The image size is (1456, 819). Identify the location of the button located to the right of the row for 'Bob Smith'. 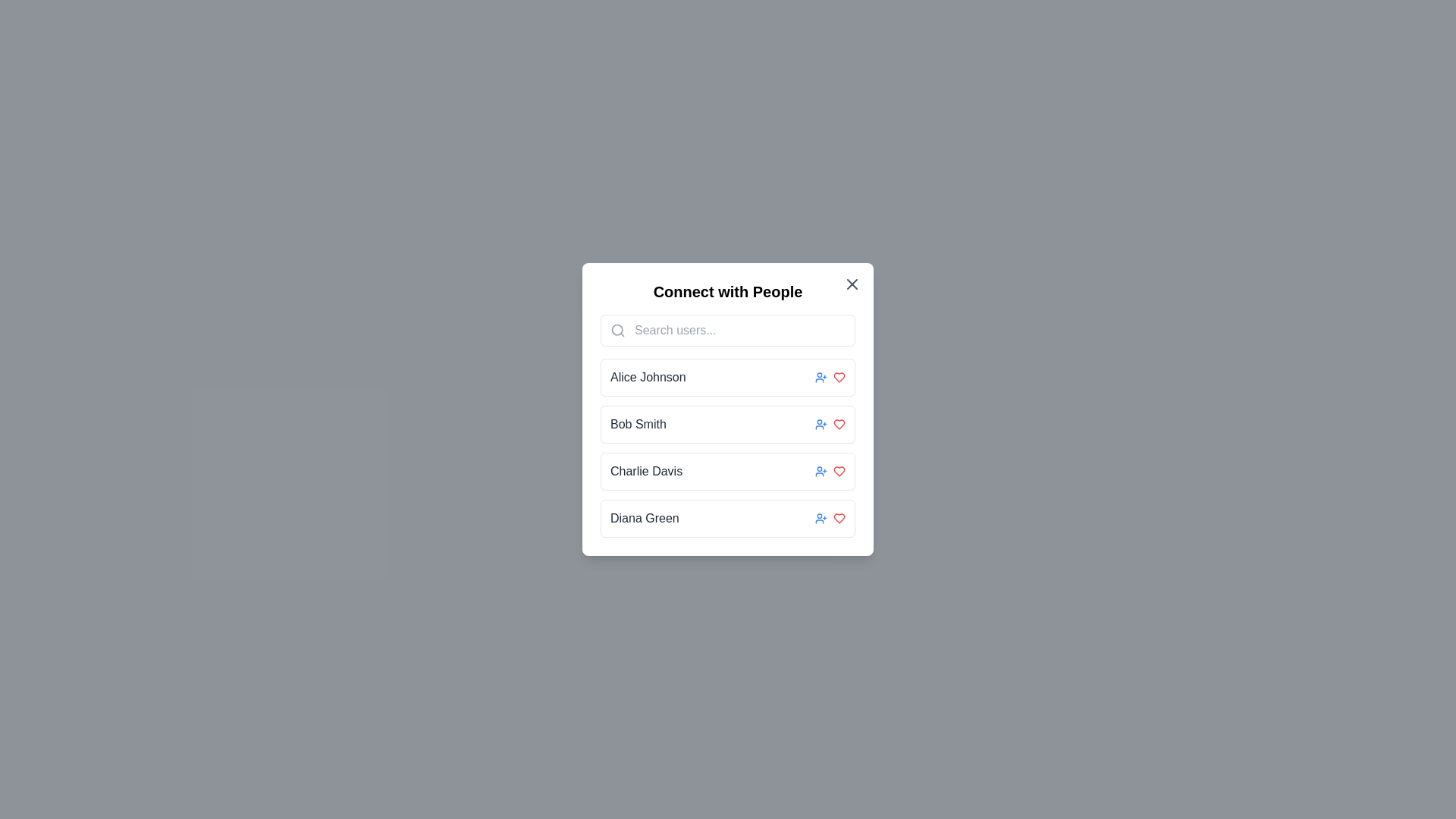
(821, 424).